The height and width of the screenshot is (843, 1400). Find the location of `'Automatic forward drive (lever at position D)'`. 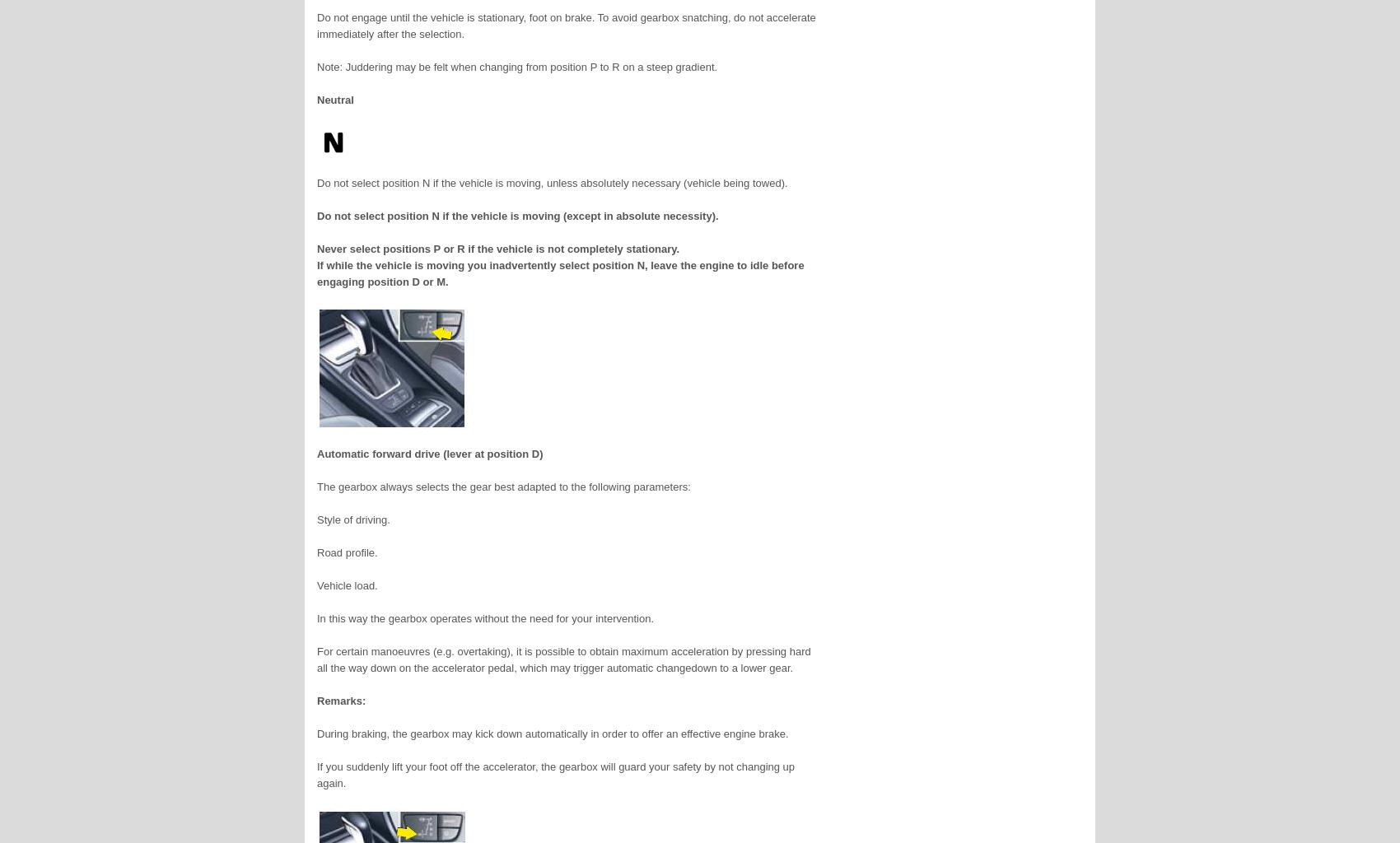

'Automatic forward drive (lever at position D)' is located at coordinates (430, 454).